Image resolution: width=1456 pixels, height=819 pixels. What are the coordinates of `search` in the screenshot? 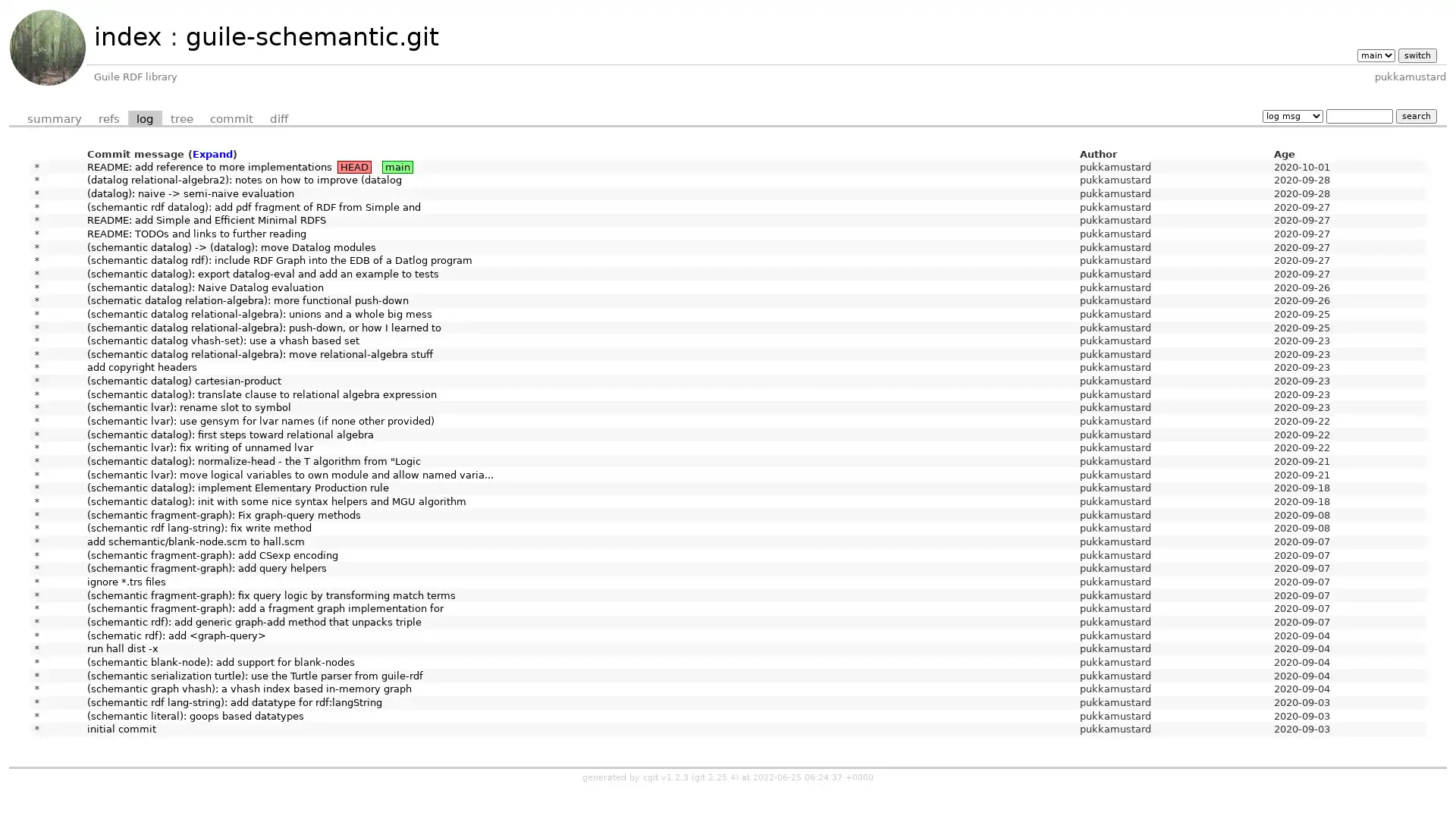 It's located at (1415, 115).